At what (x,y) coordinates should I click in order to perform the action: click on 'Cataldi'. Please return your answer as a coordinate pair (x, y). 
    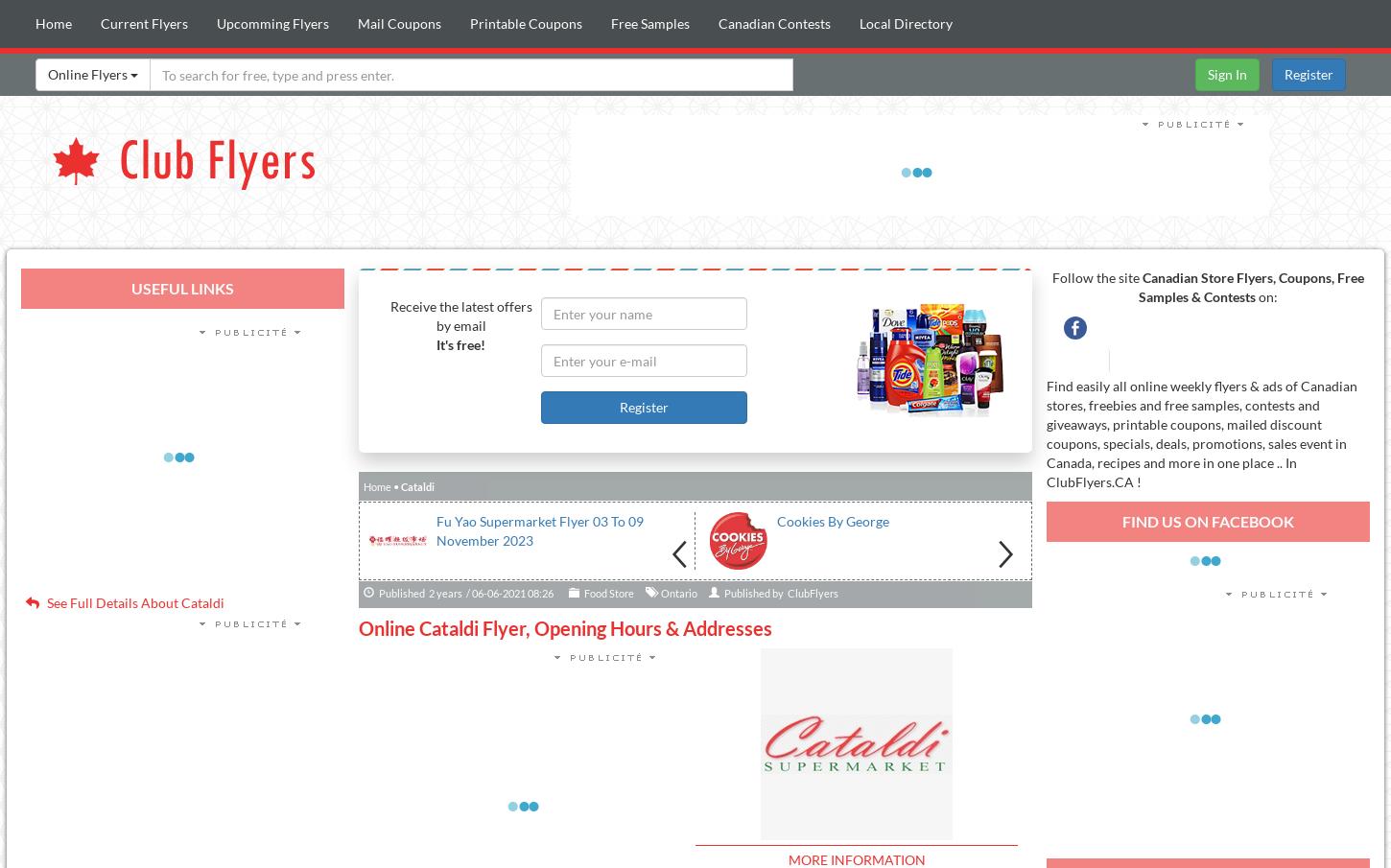
    Looking at the image, I should click on (415, 485).